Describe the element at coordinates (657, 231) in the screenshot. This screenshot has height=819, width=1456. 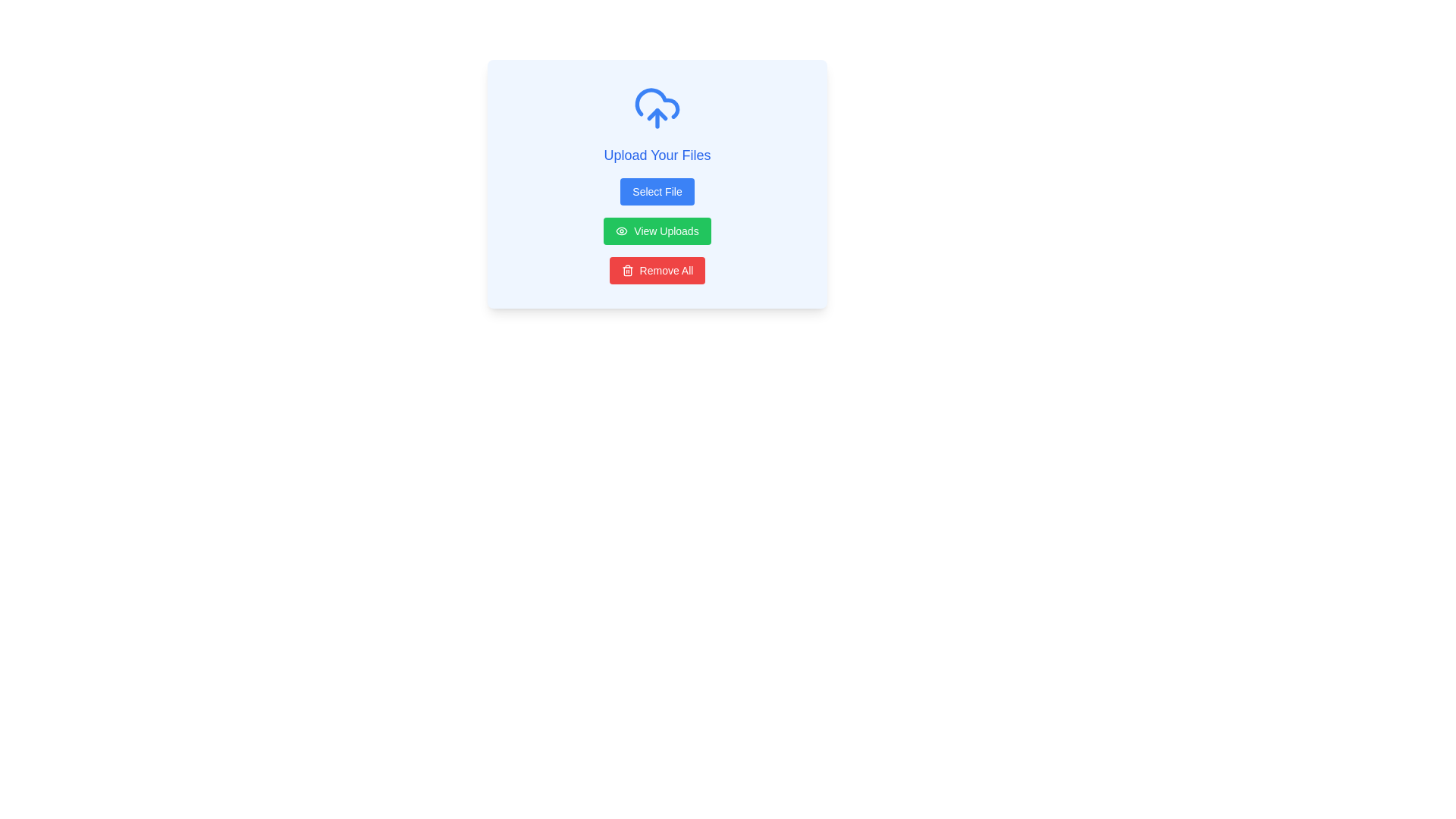
I see `the button located below the 'Select File' button and above the 'Remove All' button` at that location.